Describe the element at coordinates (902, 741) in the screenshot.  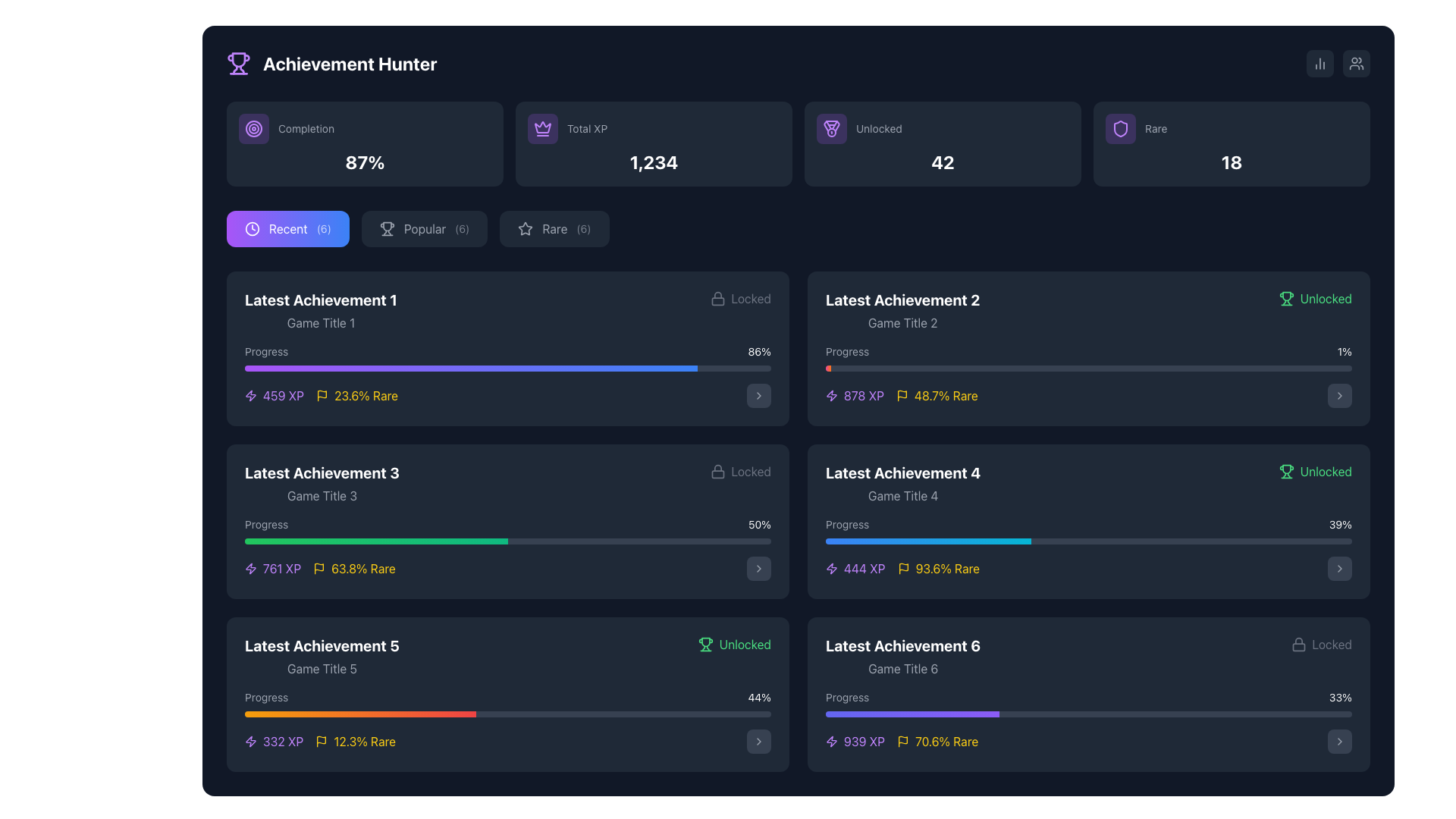
I see `the text displaying information about the achievement's experience points (XP) and rarity percentage (Rare) located in the lower-right section of the interface inside the 'Latest Achievement 6' card, below the progress bar and adjacent to the 'Unlocked' status icon` at that location.